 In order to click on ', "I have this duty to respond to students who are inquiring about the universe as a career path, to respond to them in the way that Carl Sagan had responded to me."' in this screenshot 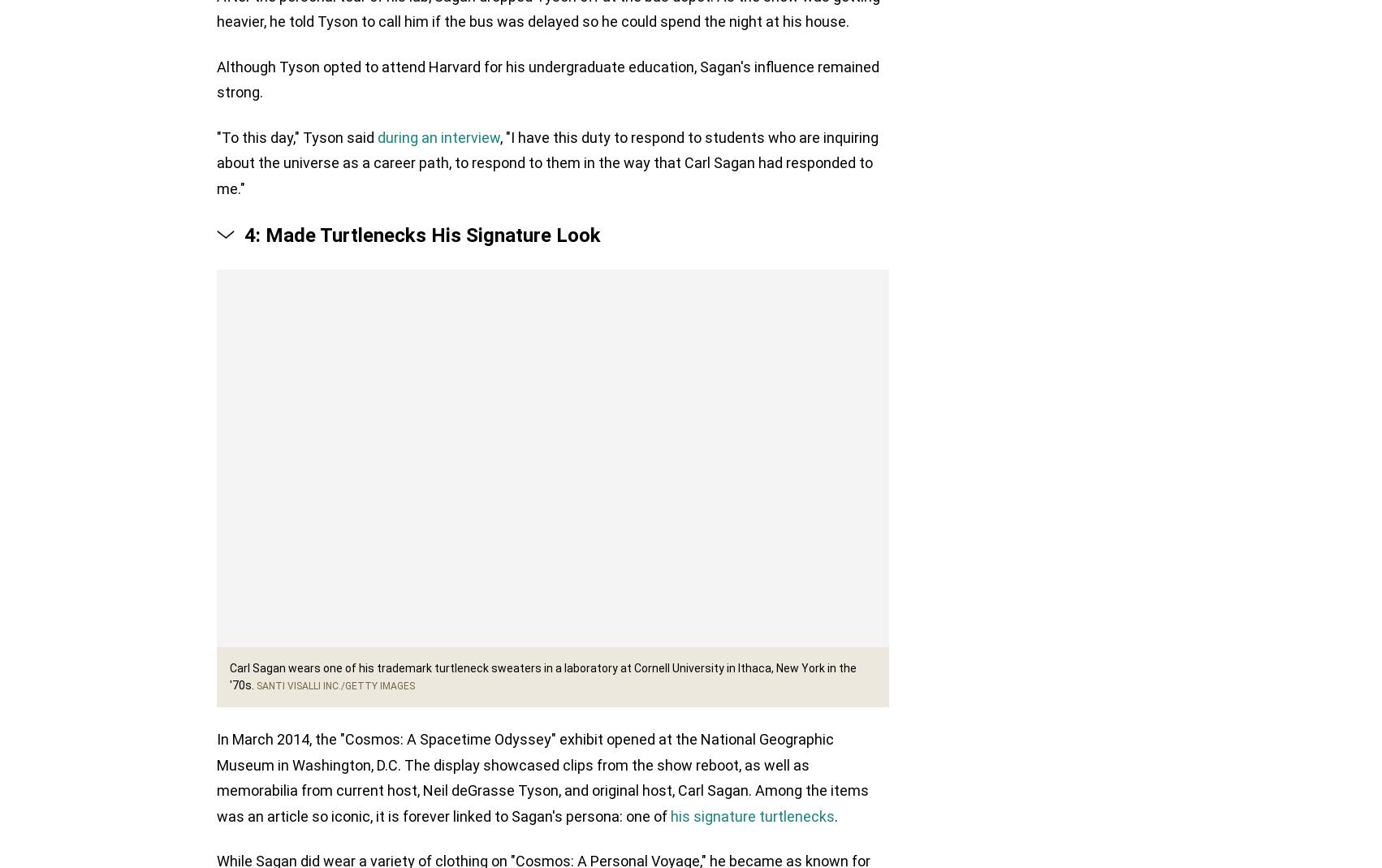, I will do `click(216, 164)`.